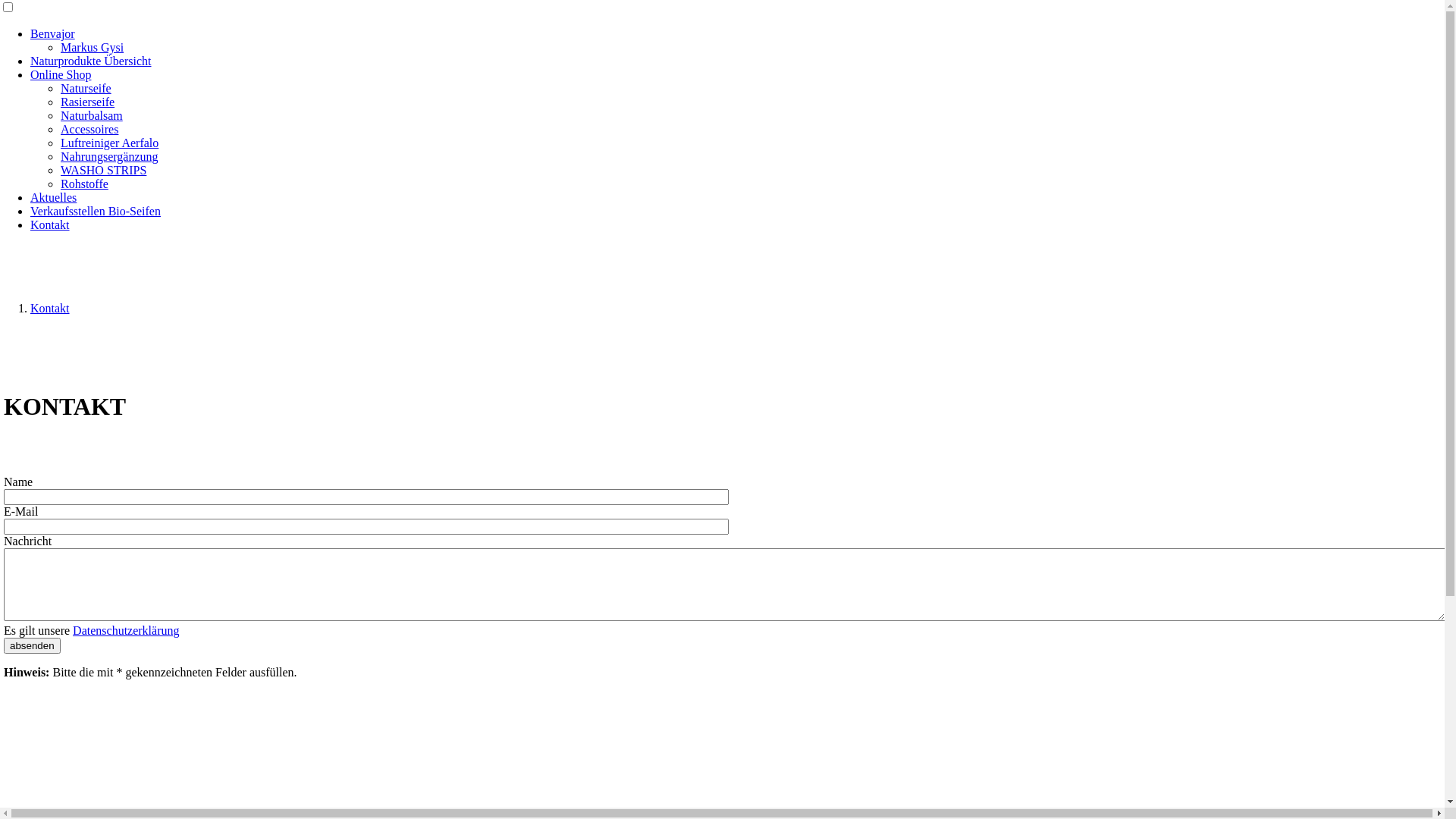 The image size is (1456, 819). What do you see at coordinates (50, 307) in the screenshot?
I see `'Kontakt'` at bounding box center [50, 307].